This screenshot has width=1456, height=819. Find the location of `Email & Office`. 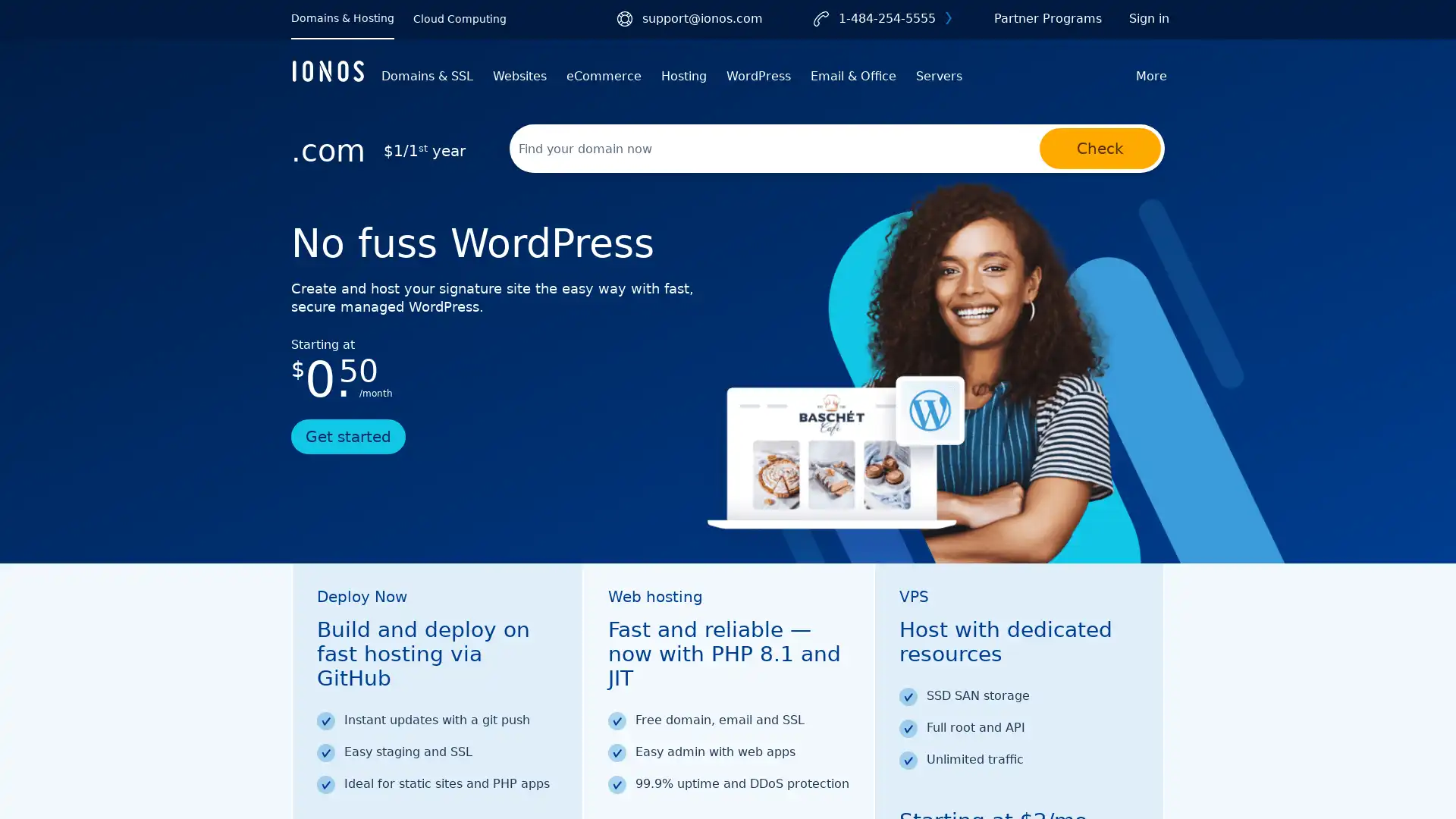

Email & Office is located at coordinates (853, 76).